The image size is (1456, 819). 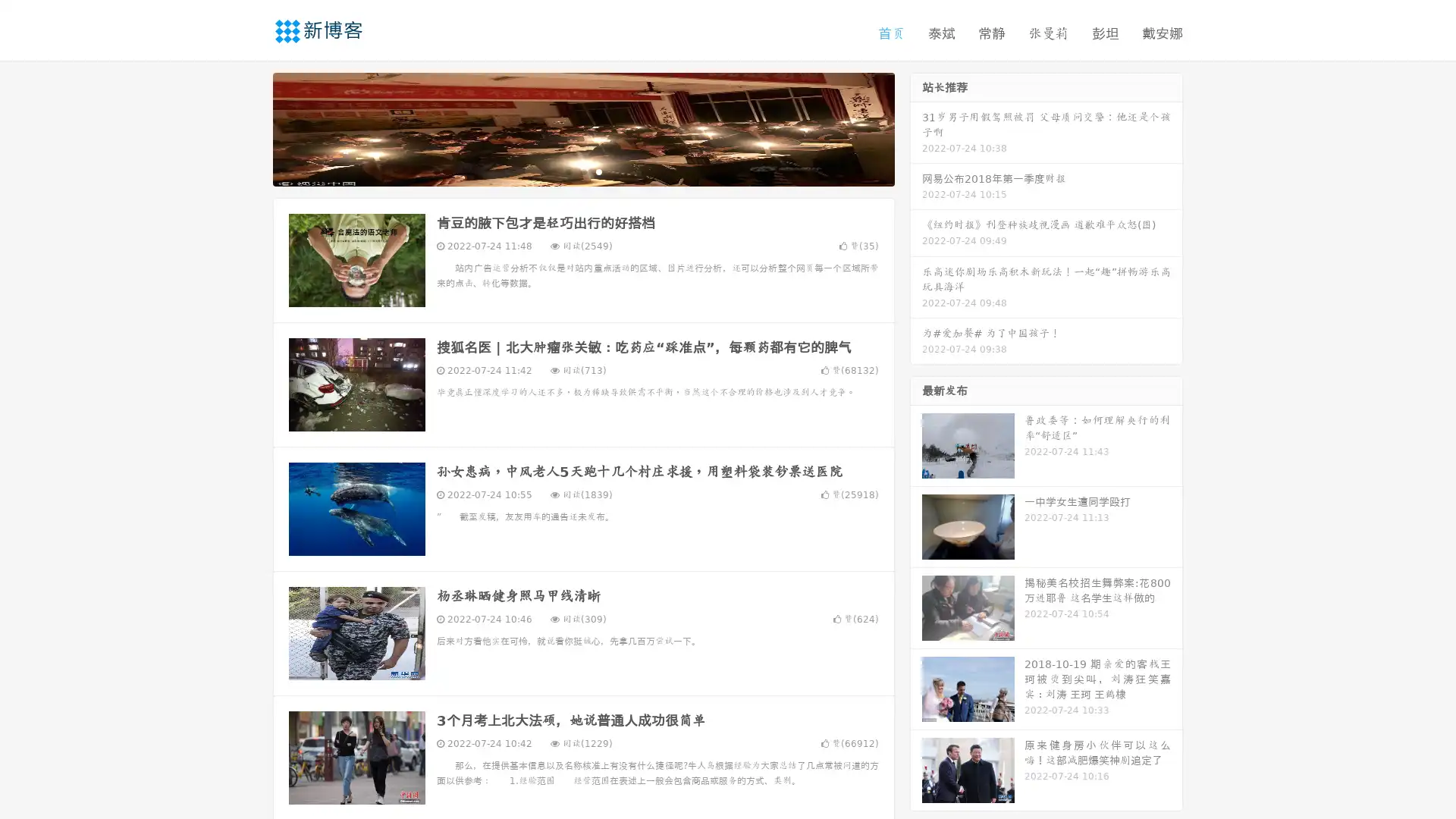 I want to click on Go to slide 3, so click(x=598, y=171).